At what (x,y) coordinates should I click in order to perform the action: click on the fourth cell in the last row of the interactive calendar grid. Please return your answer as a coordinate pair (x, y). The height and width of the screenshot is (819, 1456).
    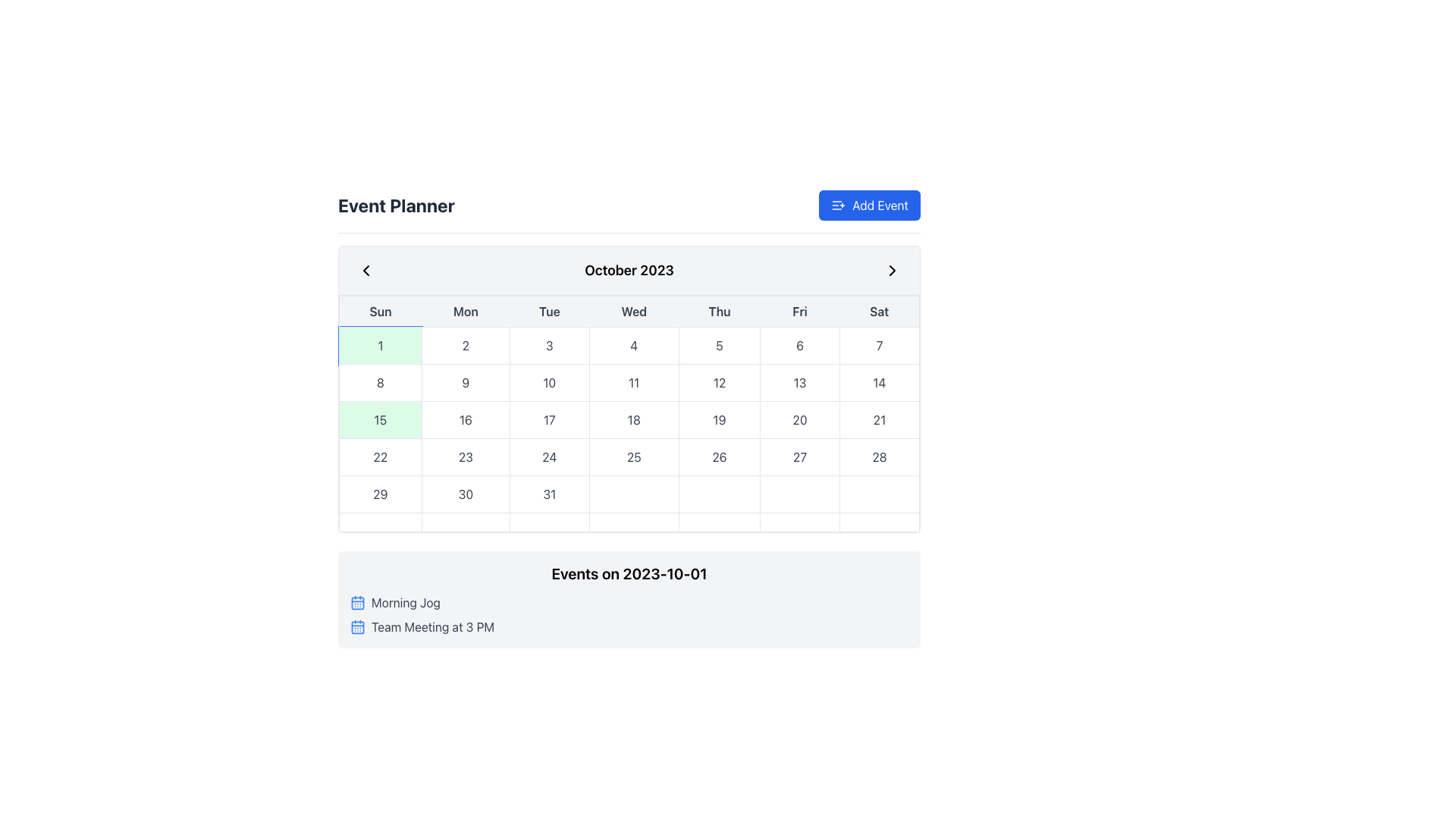
    Looking at the image, I should click on (634, 494).